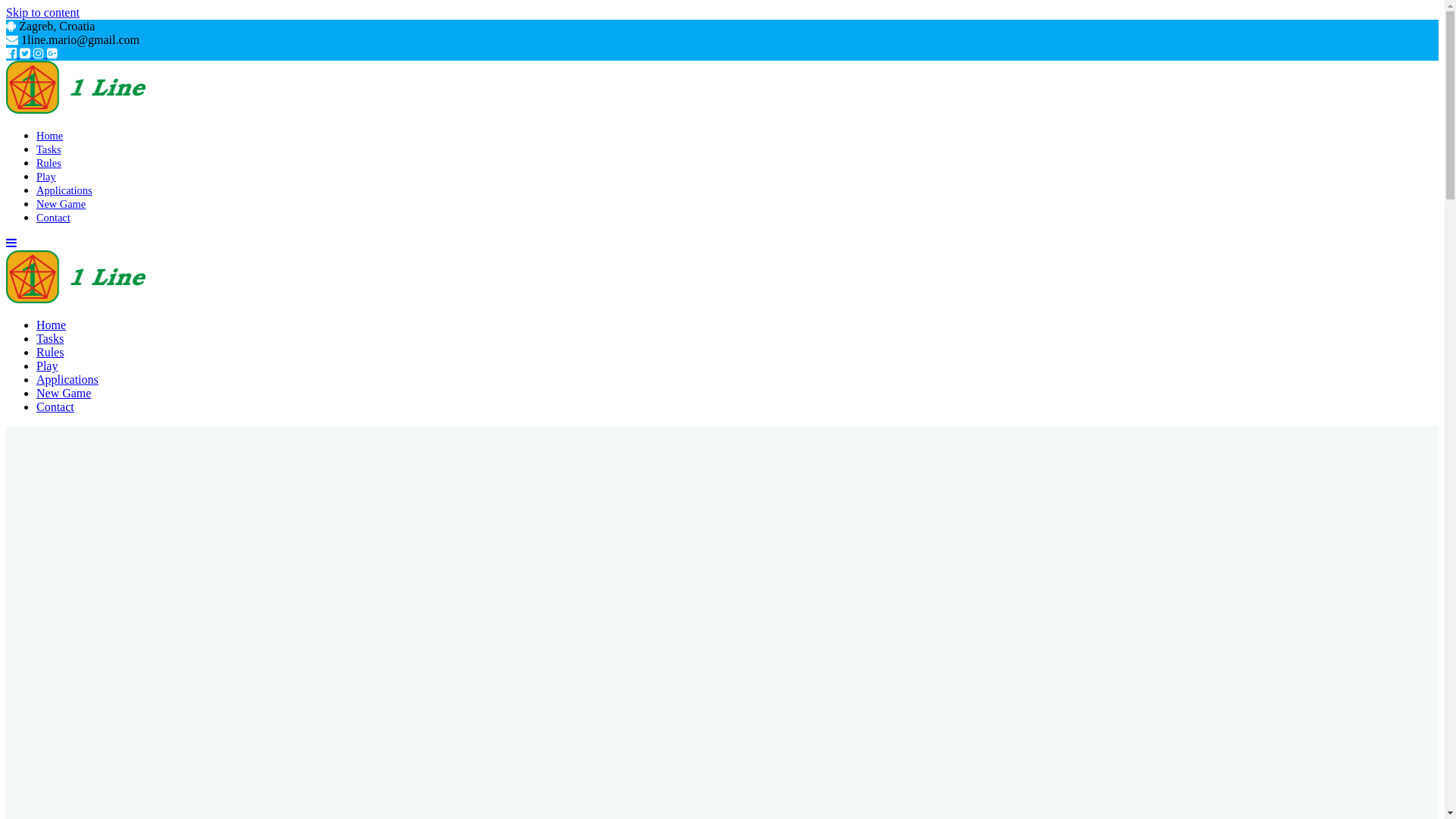  What do you see at coordinates (61, 203) in the screenshot?
I see `'New Game'` at bounding box center [61, 203].